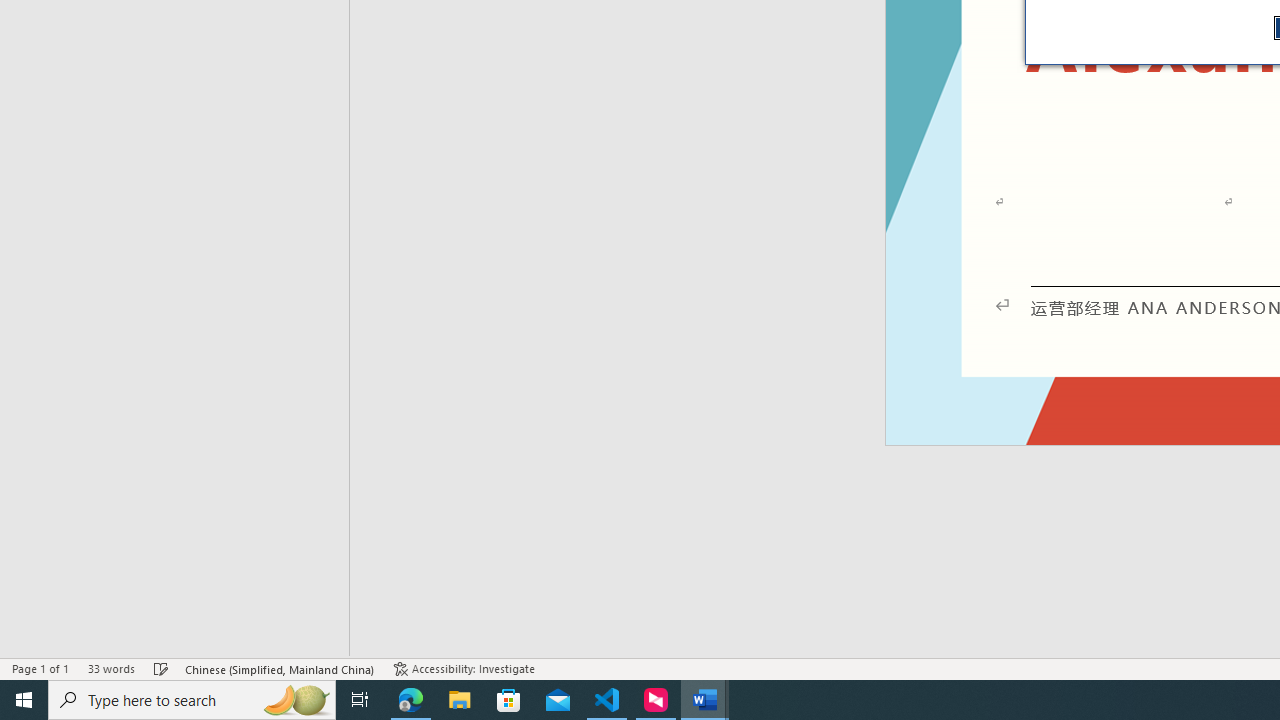 The image size is (1280, 720). Describe the element at coordinates (705, 698) in the screenshot. I see `'Word - 2 running windows'` at that location.